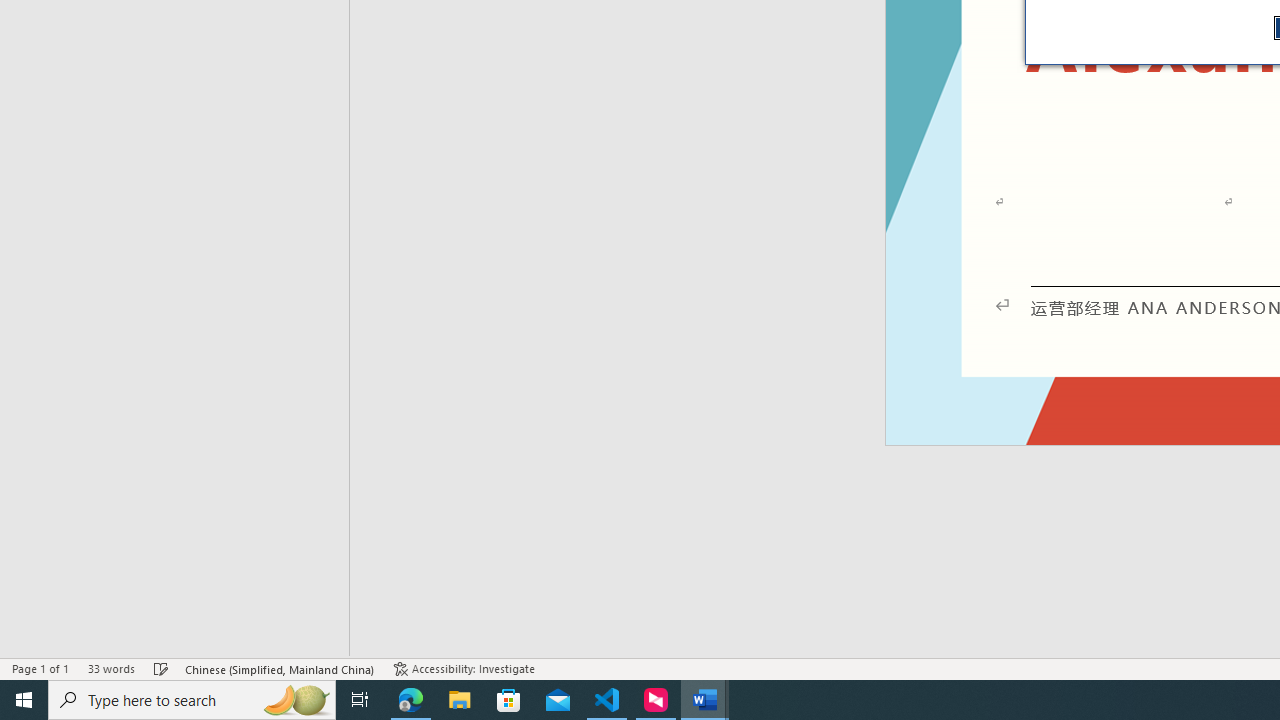 The image size is (1280, 720). Describe the element at coordinates (705, 698) in the screenshot. I see `'Word - 2 running windows'` at that location.